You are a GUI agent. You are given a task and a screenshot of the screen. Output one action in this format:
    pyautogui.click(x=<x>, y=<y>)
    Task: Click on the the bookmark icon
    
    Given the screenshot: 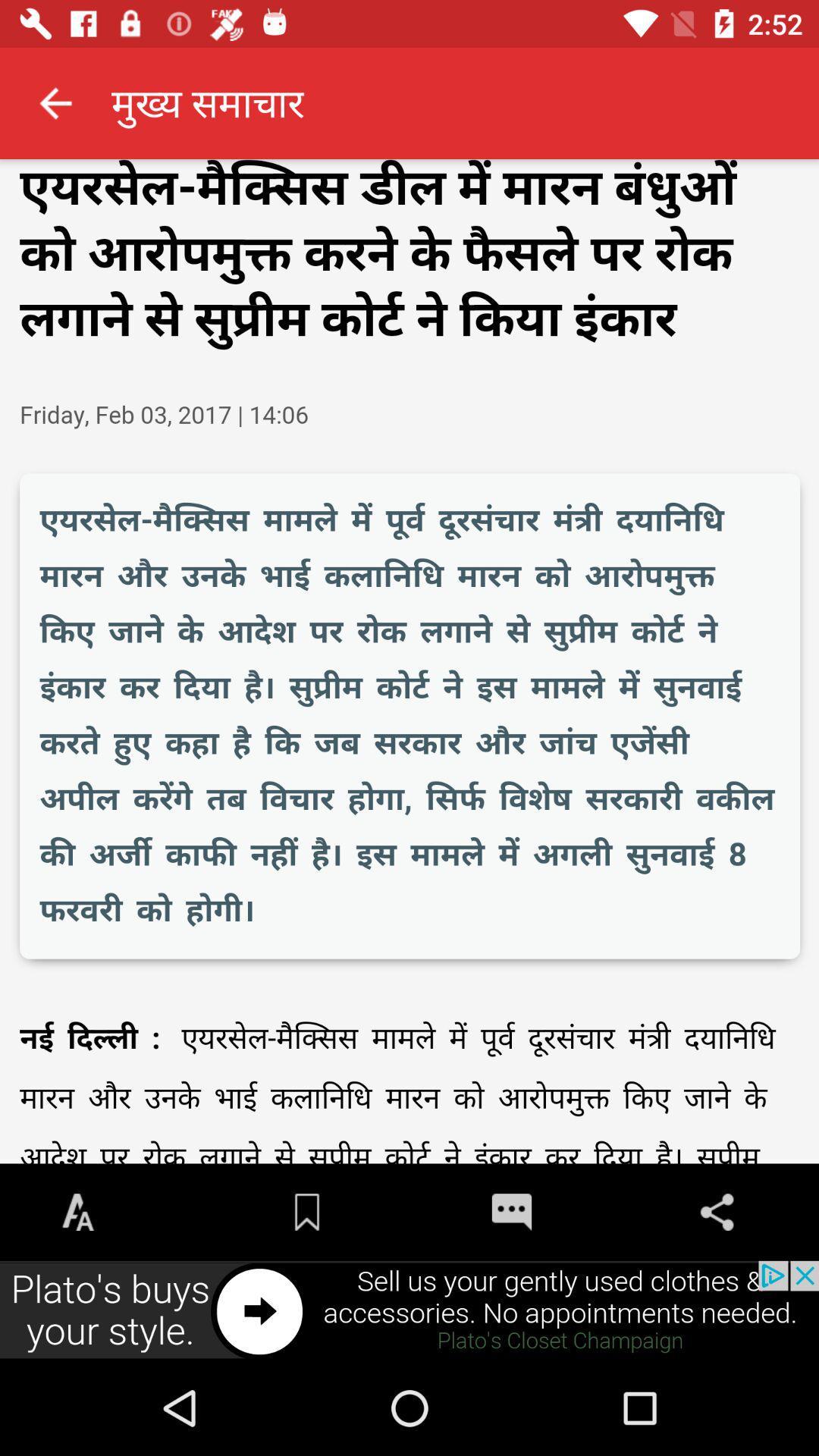 What is the action you would take?
    pyautogui.click(x=307, y=1211)
    